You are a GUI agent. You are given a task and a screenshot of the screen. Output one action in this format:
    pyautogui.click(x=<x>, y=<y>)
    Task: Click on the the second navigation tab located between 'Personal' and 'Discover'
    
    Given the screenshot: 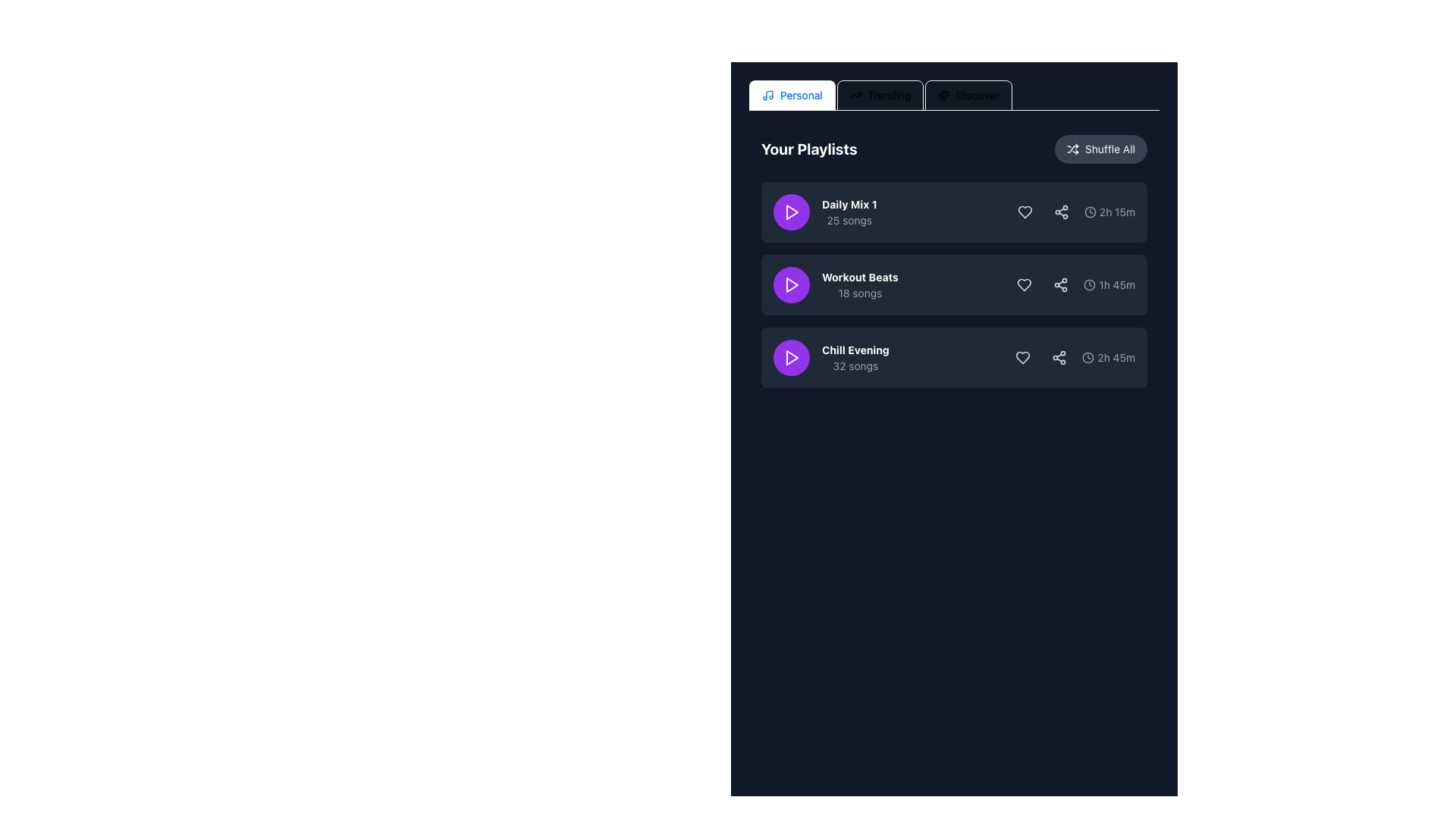 What is the action you would take?
    pyautogui.click(x=880, y=96)
    